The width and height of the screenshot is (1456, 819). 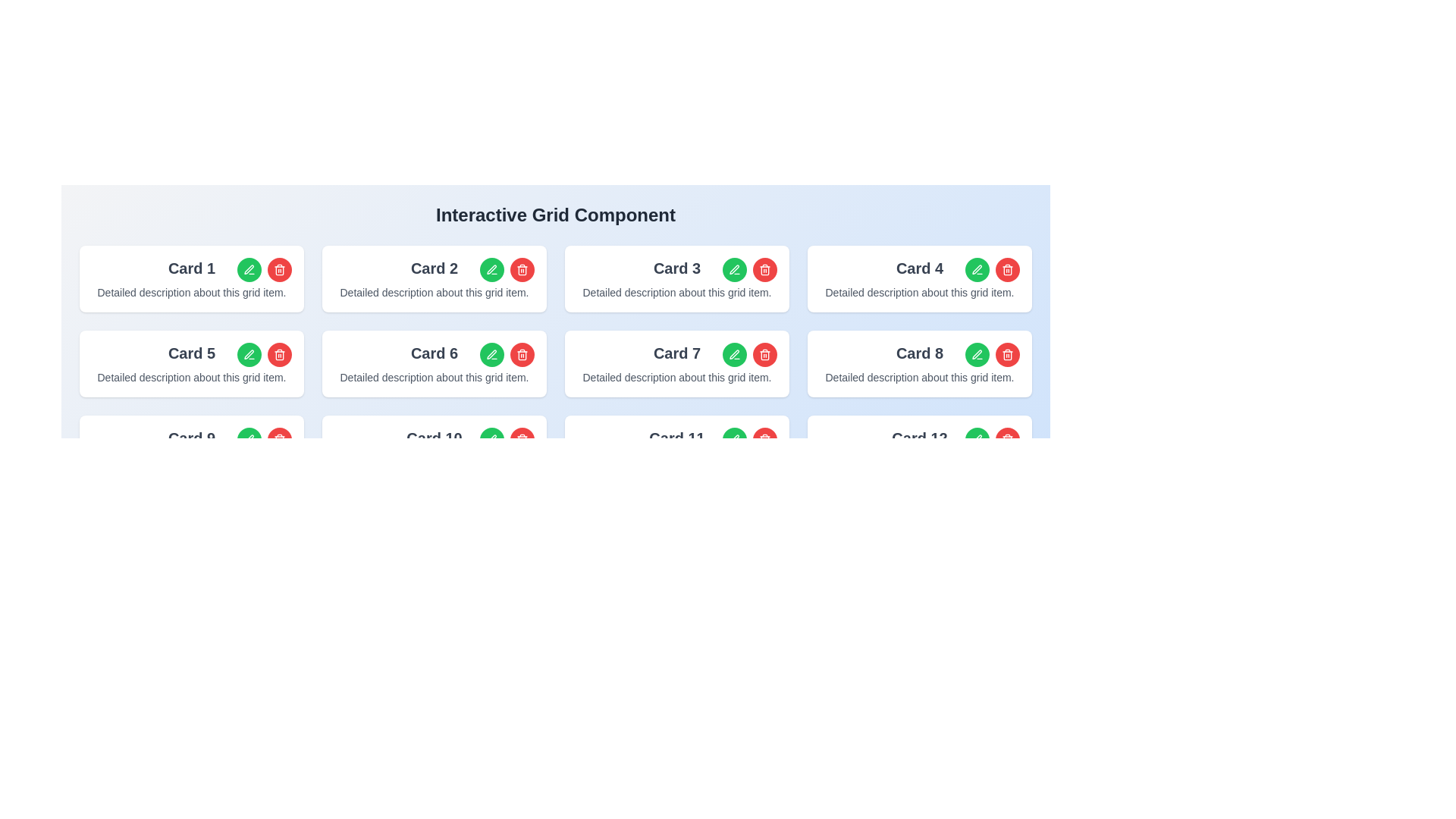 I want to click on the circular red button with a white trash icon located at the top-right corner of 'Card 9', so click(x=280, y=439).